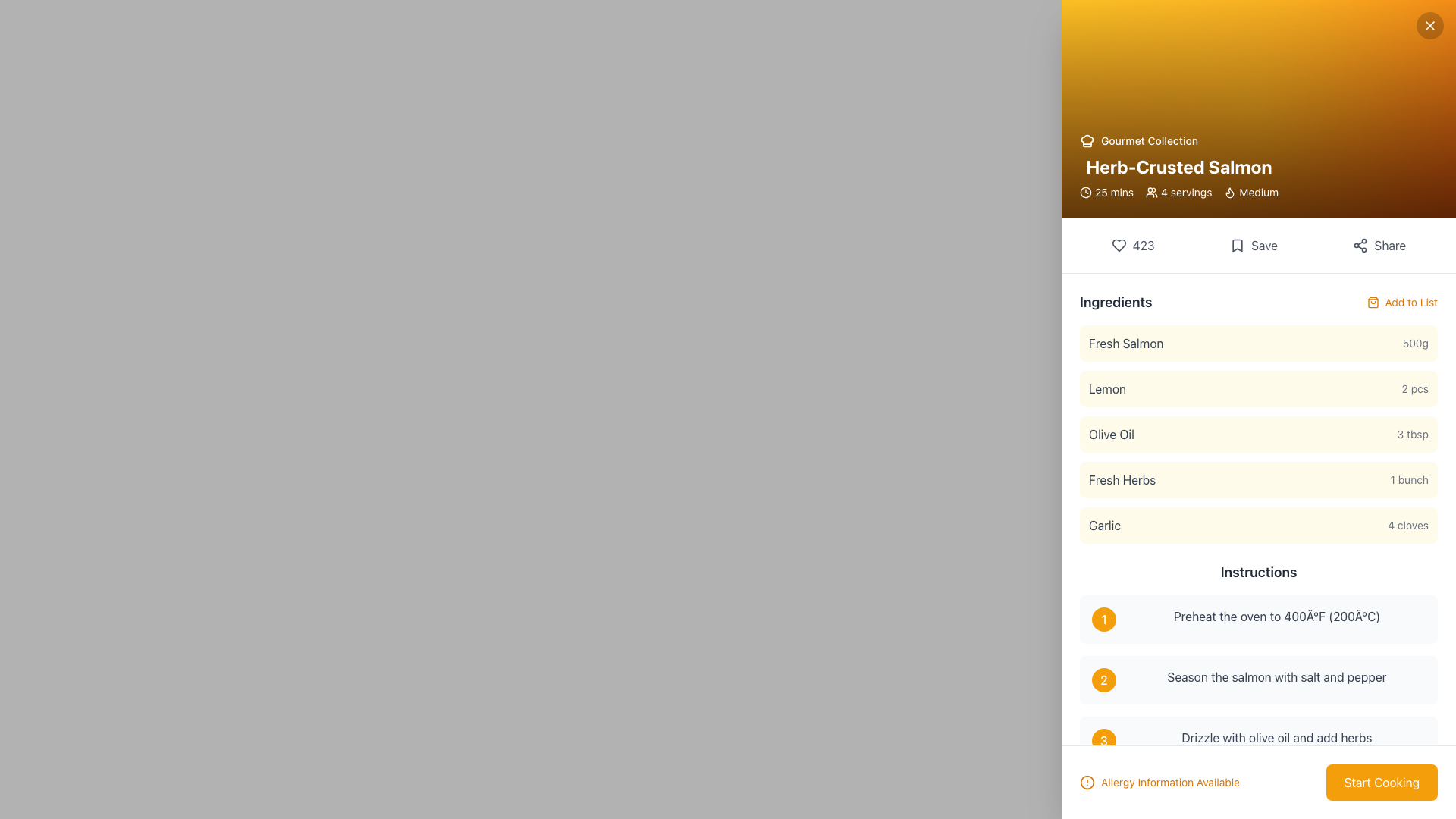  I want to click on text from the Informational Label that indicates the estimated preparation or cooking time for the recipe, which is positioned to the left of the '4 servings' and 'Medium' elements in the header area of the recipe section, so click(1106, 192).